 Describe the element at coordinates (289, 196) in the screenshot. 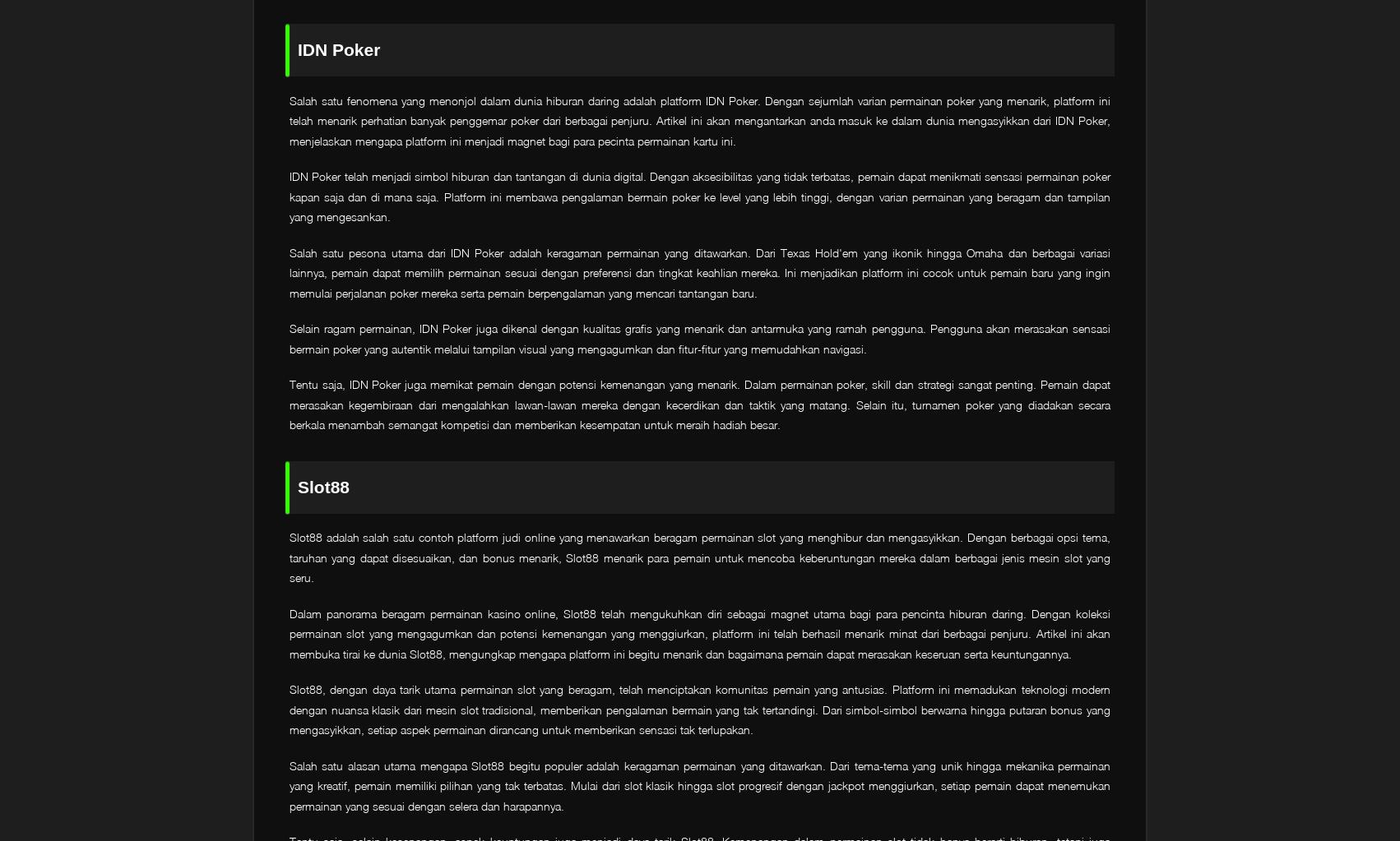

I see `'IDN Poker telah menjadi simbol hiburan dan tantangan di dunia digital. Dengan aksesibilitas yang tidak terbatas, pemain dapat menikmati sensasi permainan poker kapan saja dan di mana saja. Platform ini membawa pengalaman bermain poker ke level yang lebih tinggi, dengan varian permainan yang beragam dan tampilan yang mengesankan.'` at that location.